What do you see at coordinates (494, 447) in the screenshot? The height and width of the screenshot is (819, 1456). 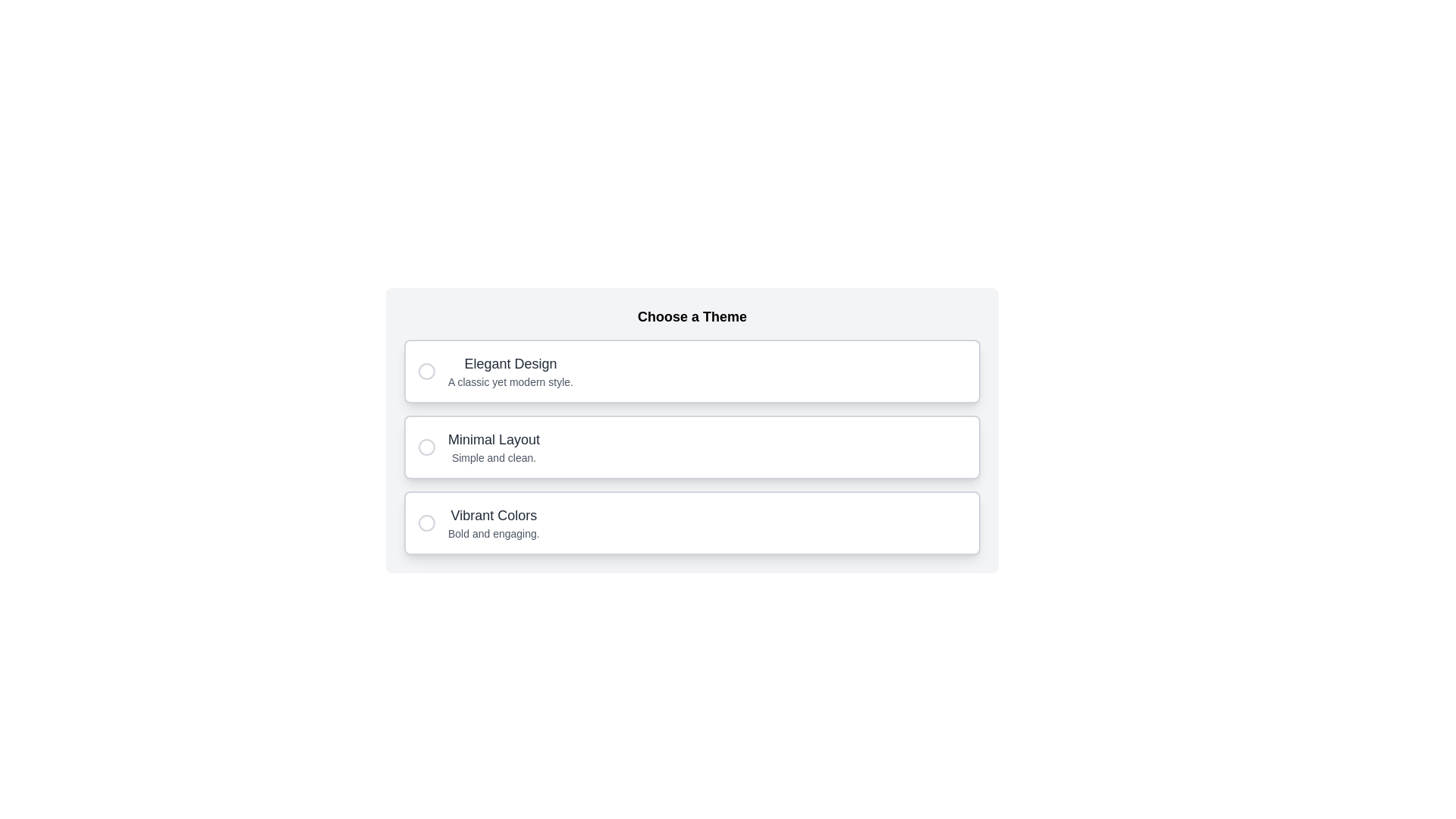 I see `the 'Minimal Layout' theme option in the text block` at bounding box center [494, 447].